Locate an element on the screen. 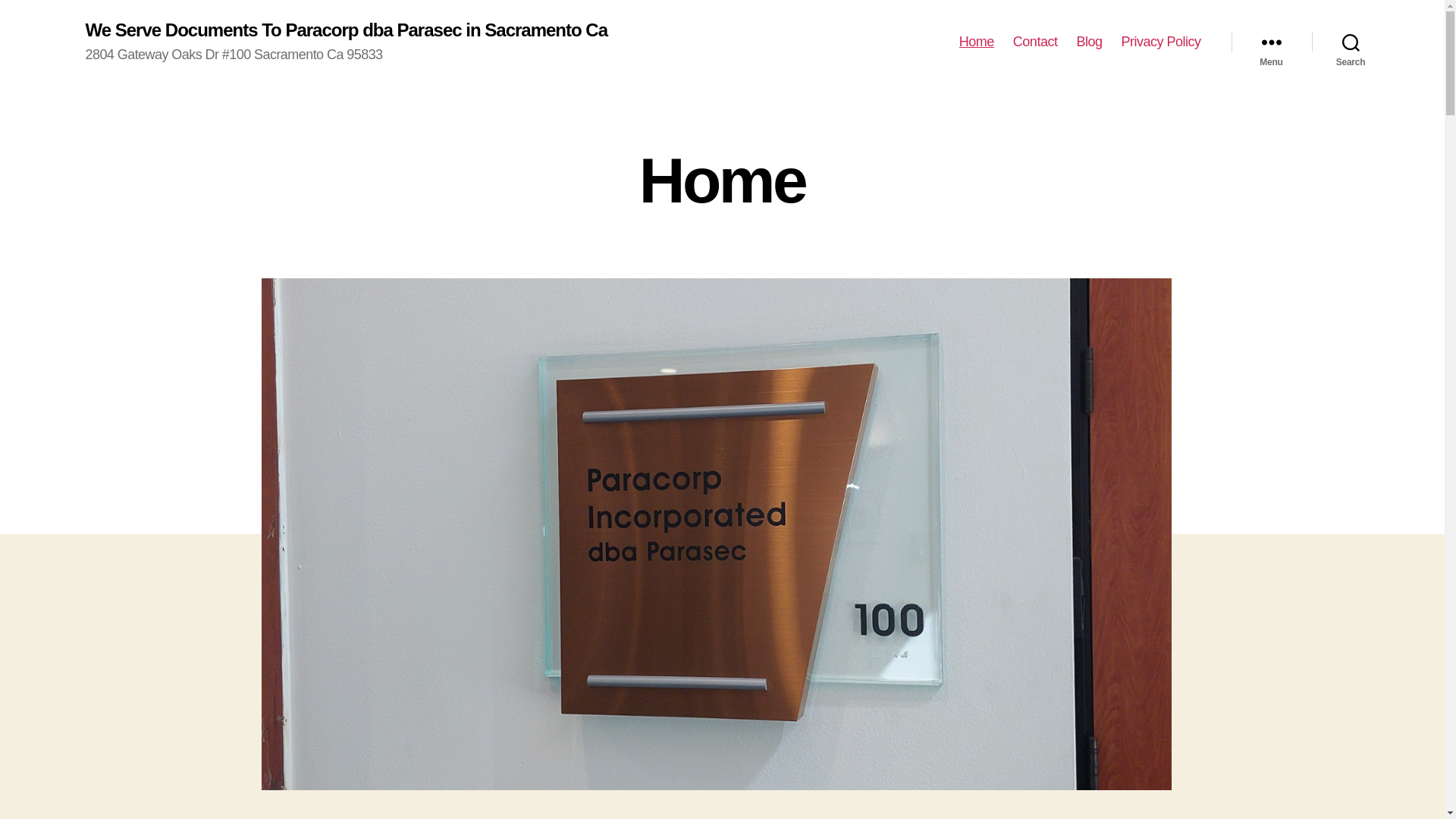 Image resolution: width=1456 pixels, height=819 pixels. 'Home' is located at coordinates (976, 42).